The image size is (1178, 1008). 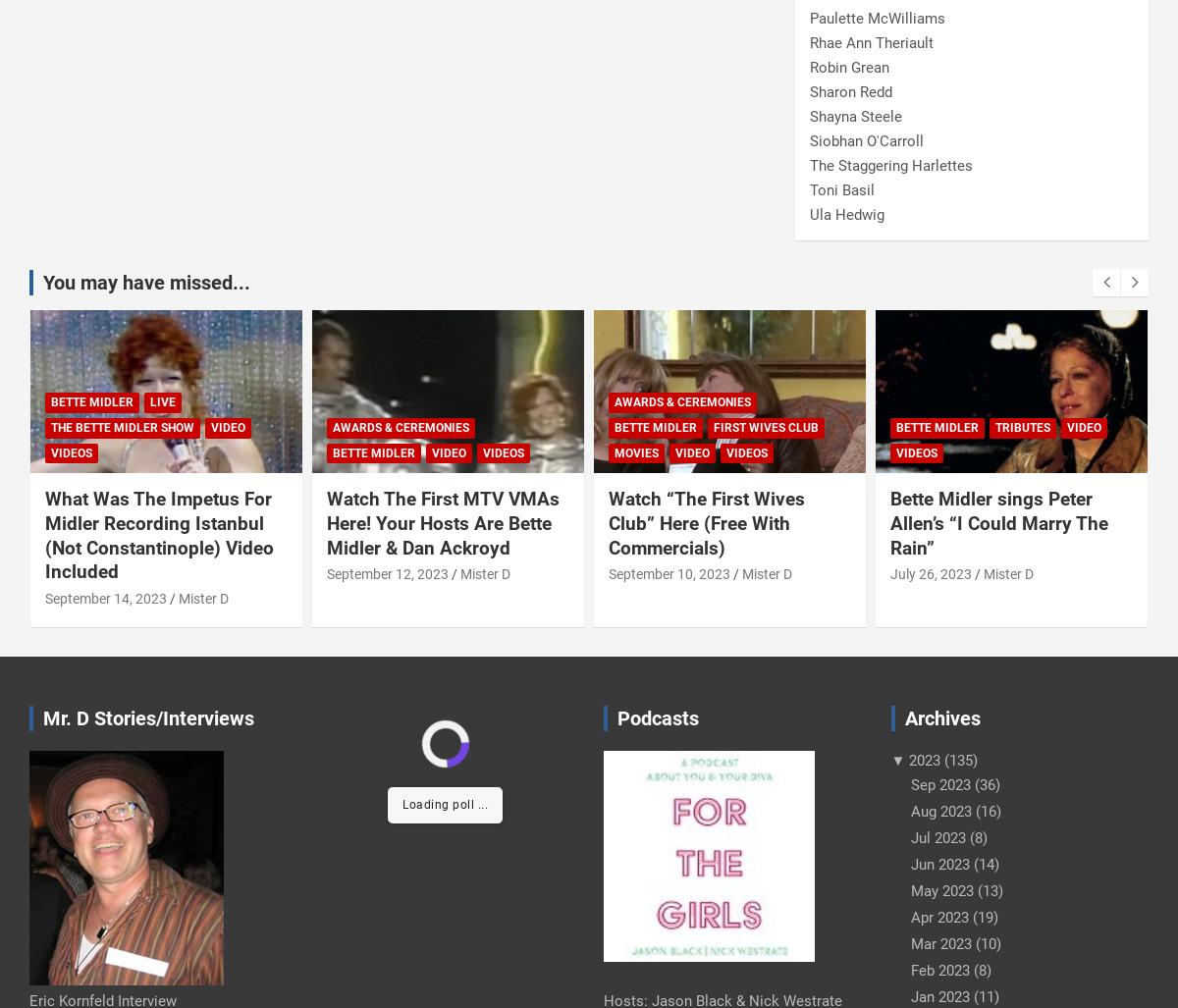 What do you see at coordinates (968, 916) in the screenshot?
I see `'(19)'` at bounding box center [968, 916].